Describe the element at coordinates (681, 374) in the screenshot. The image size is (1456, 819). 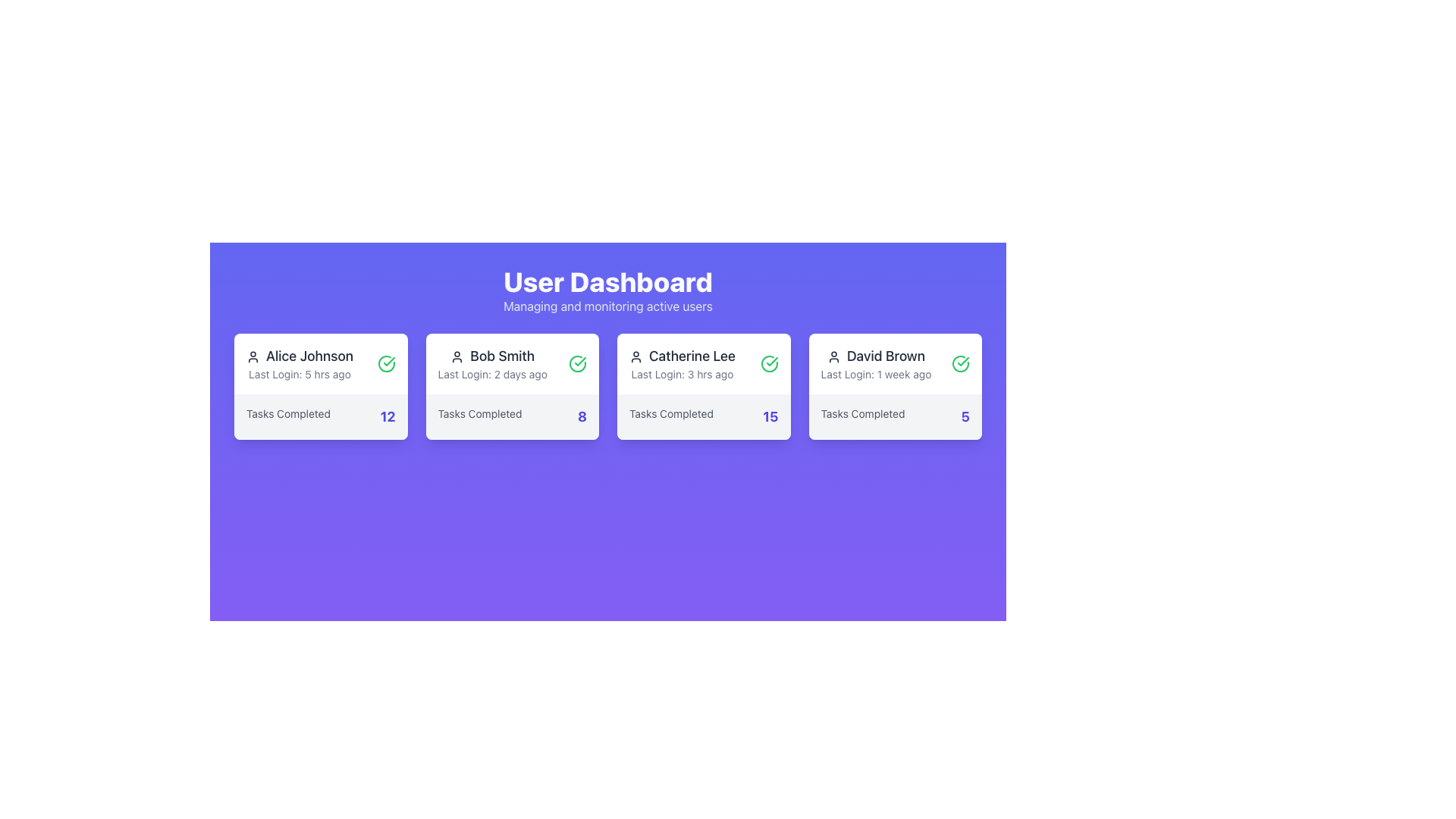
I see `information displayed in the text label that shows 'Last Login: 3 hrs ago', which is located below the 'Catherine Lee' label in the user dashboard grid` at that location.